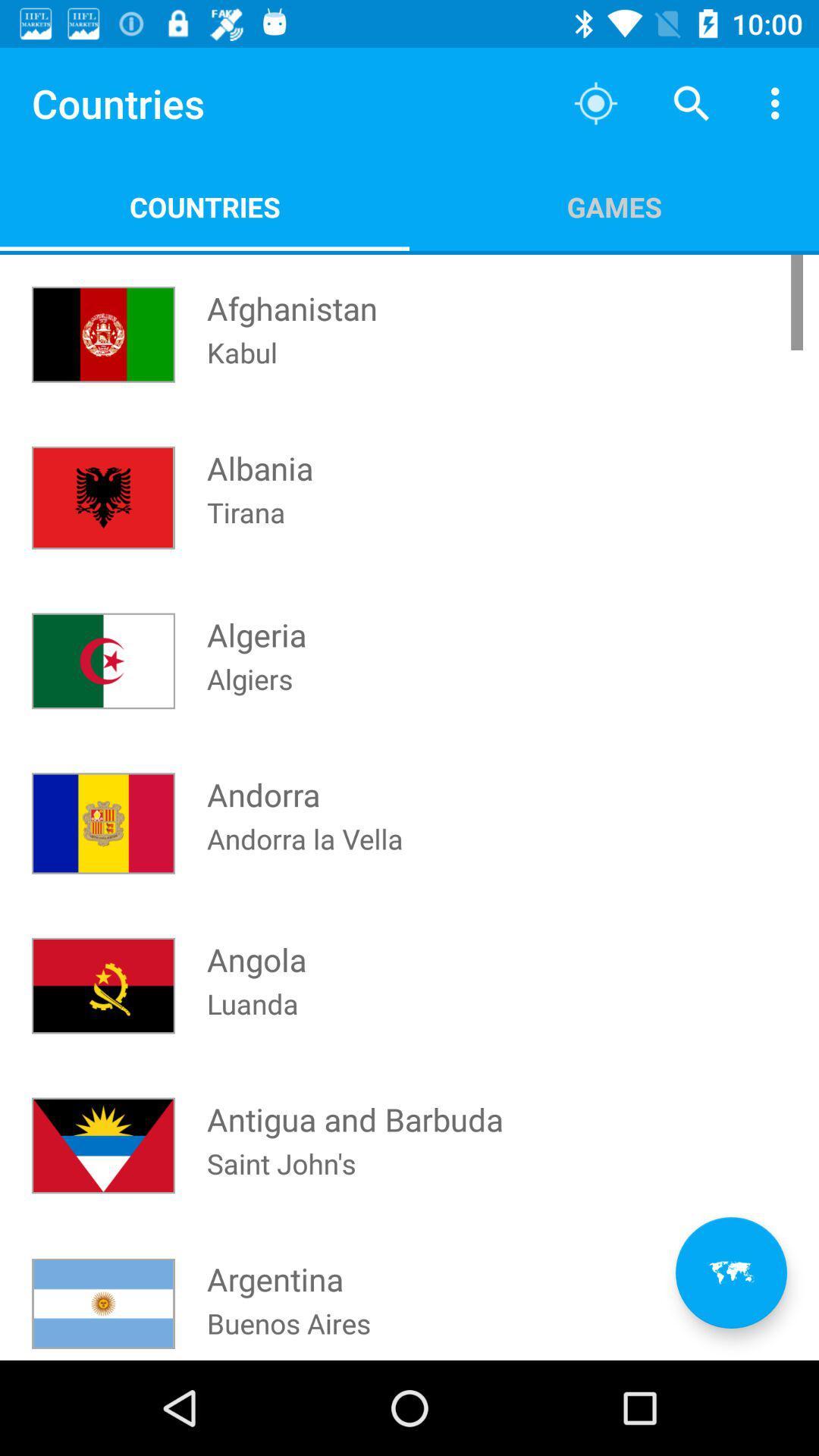 This screenshot has width=819, height=1456. Describe the element at coordinates (305, 858) in the screenshot. I see `the icon above the angola item` at that location.